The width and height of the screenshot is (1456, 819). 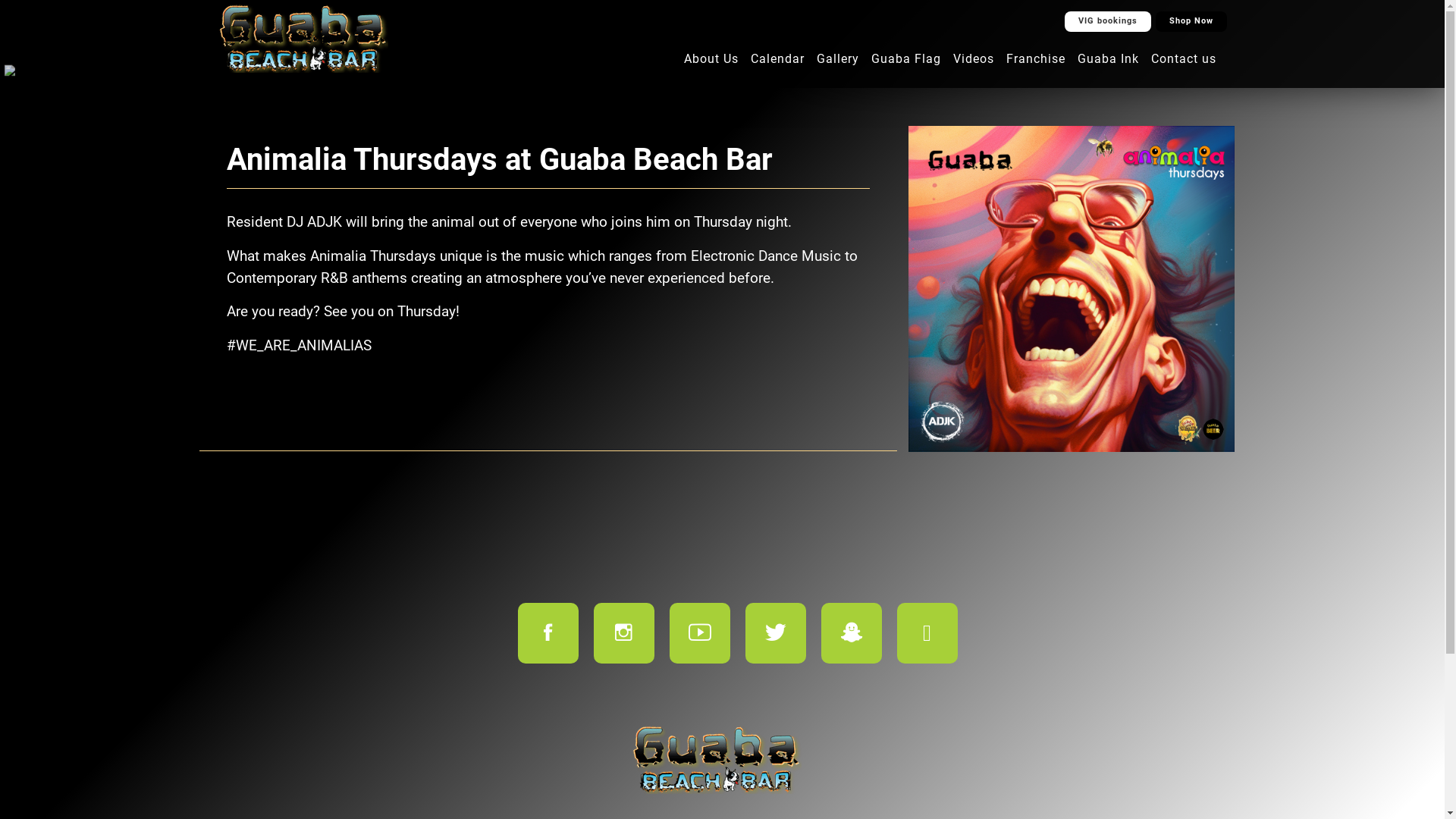 What do you see at coordinates (1107, 21) in the screenshot?
I see `'VIG bookings'` at bounding box center [1107, 21].